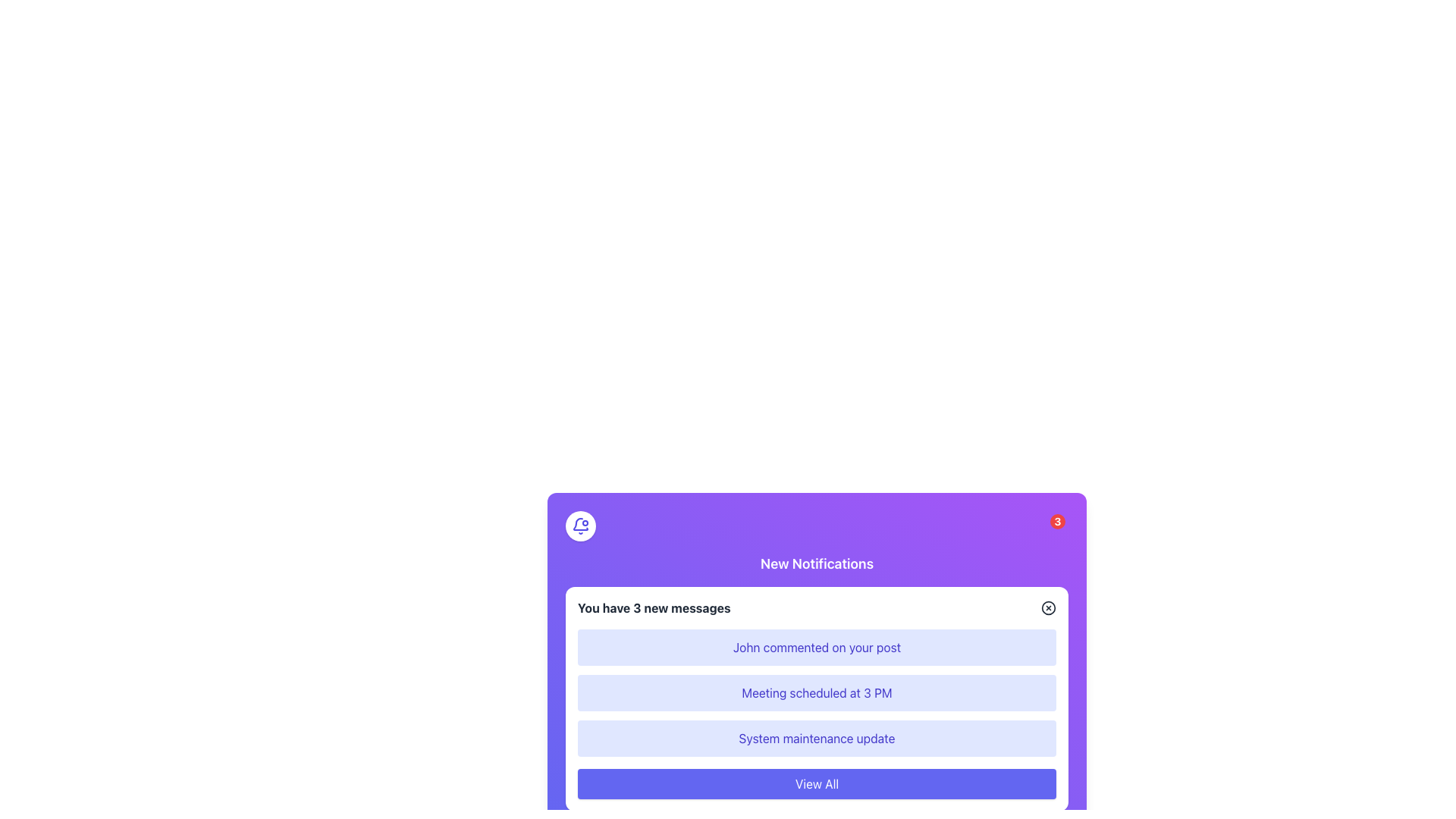 The image size is (1456, 819). What do you see at coordinates (816, 693) in the screenshot?
I see `the group of text components that displays three notifications for quick updates, located within a white box with rounded corners below the header 'You have 3 new messages'` at bounding box center [816, 693].